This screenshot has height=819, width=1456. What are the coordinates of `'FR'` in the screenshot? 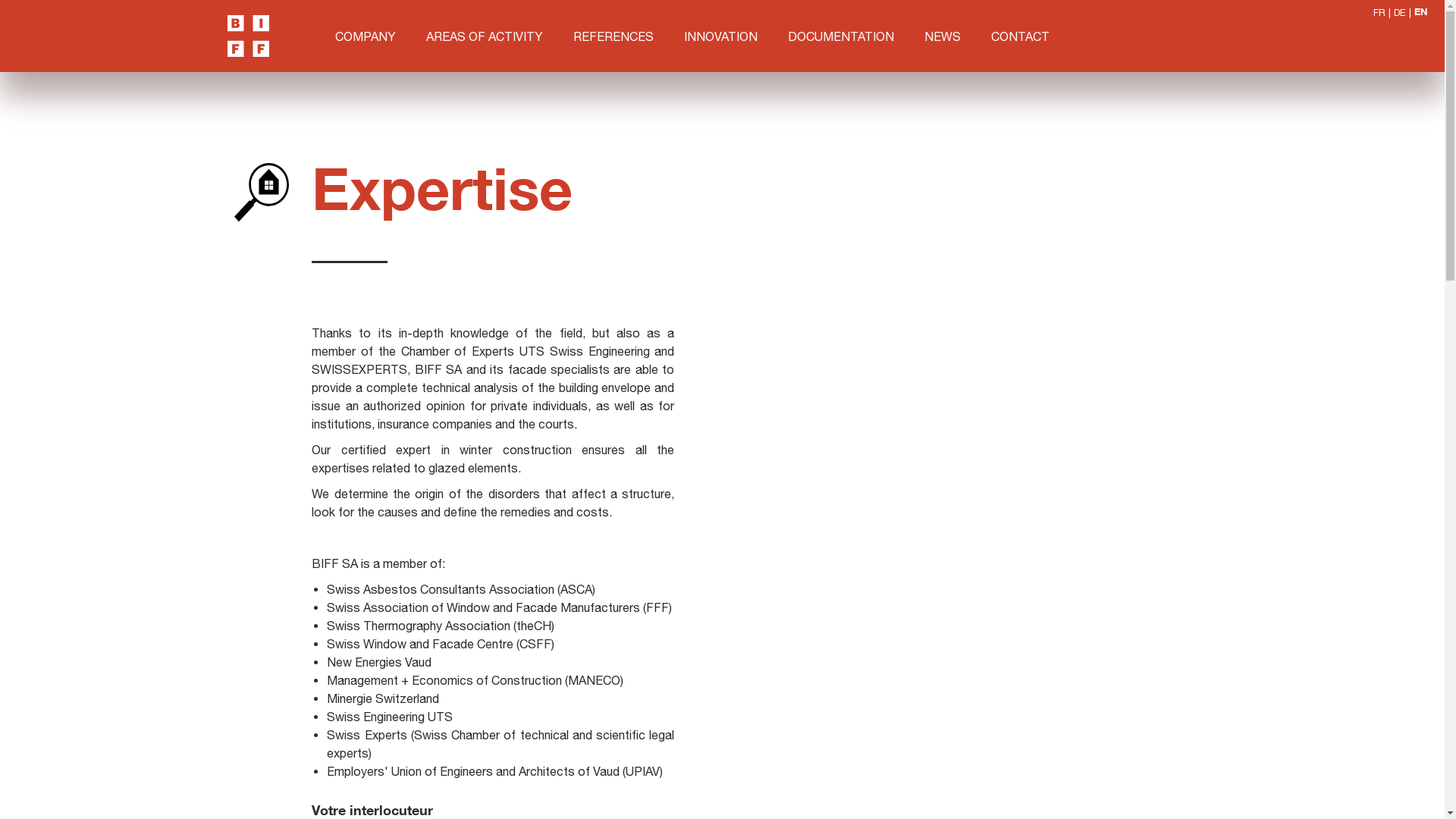 It's located at (1379, 12).